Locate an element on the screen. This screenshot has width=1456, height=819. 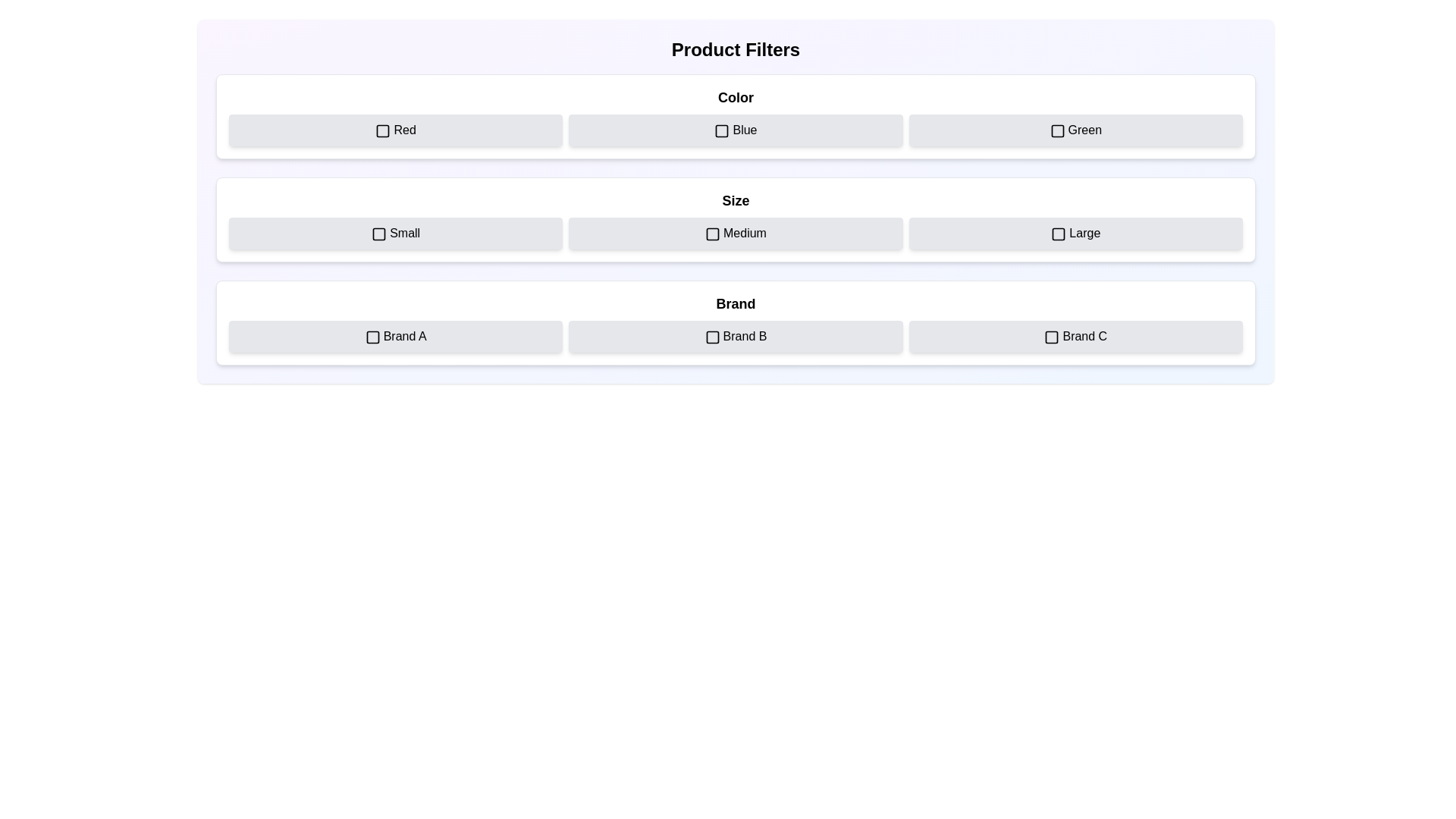
the interactive checkbox for filtering products by the 'Brand B' category is located at coordinates (711, 336).